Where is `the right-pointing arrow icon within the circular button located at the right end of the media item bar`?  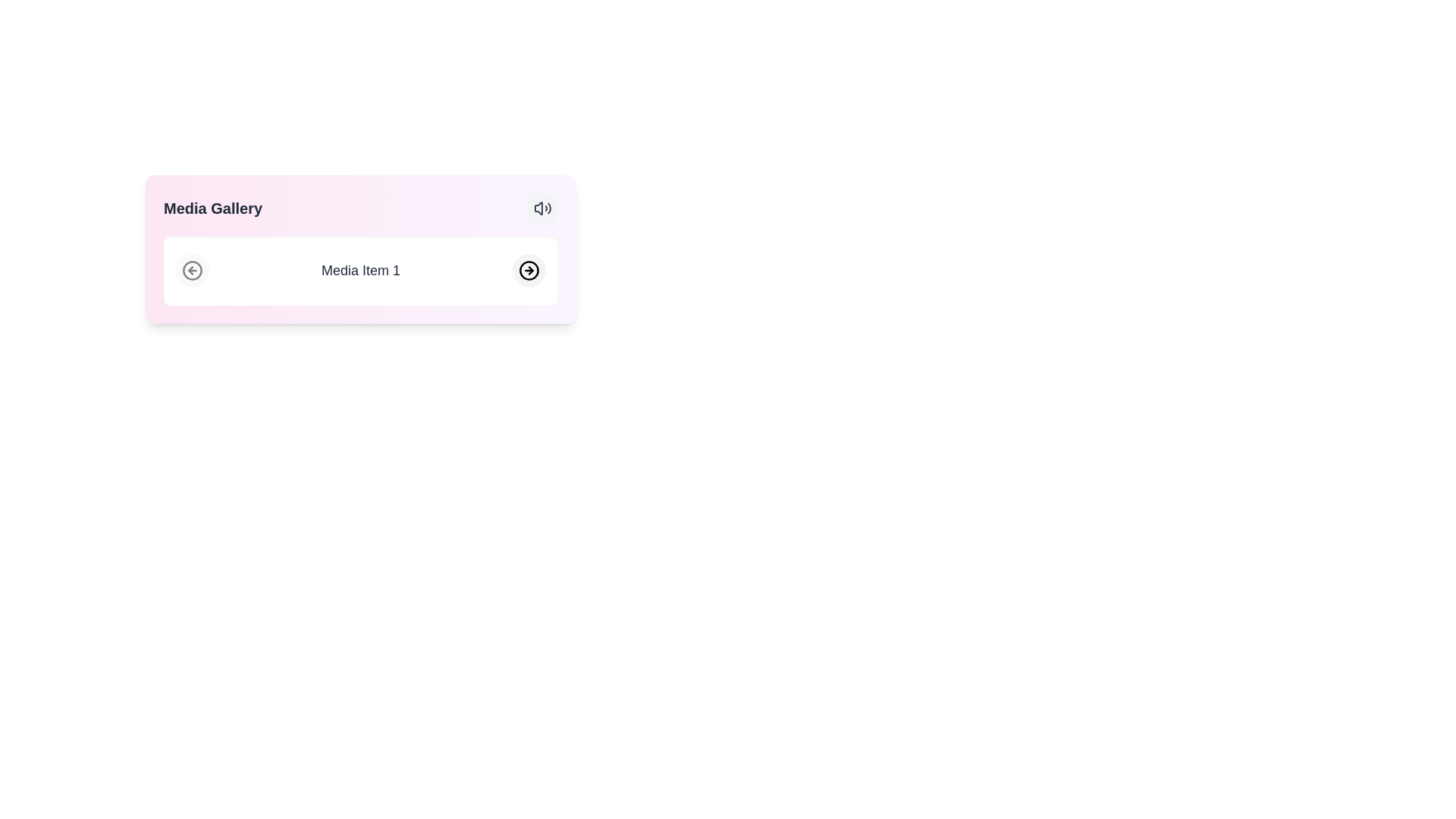 the right-pointing arrow icon within the circular button located at the right end of the media item bar is located at coordinates (531, 270).